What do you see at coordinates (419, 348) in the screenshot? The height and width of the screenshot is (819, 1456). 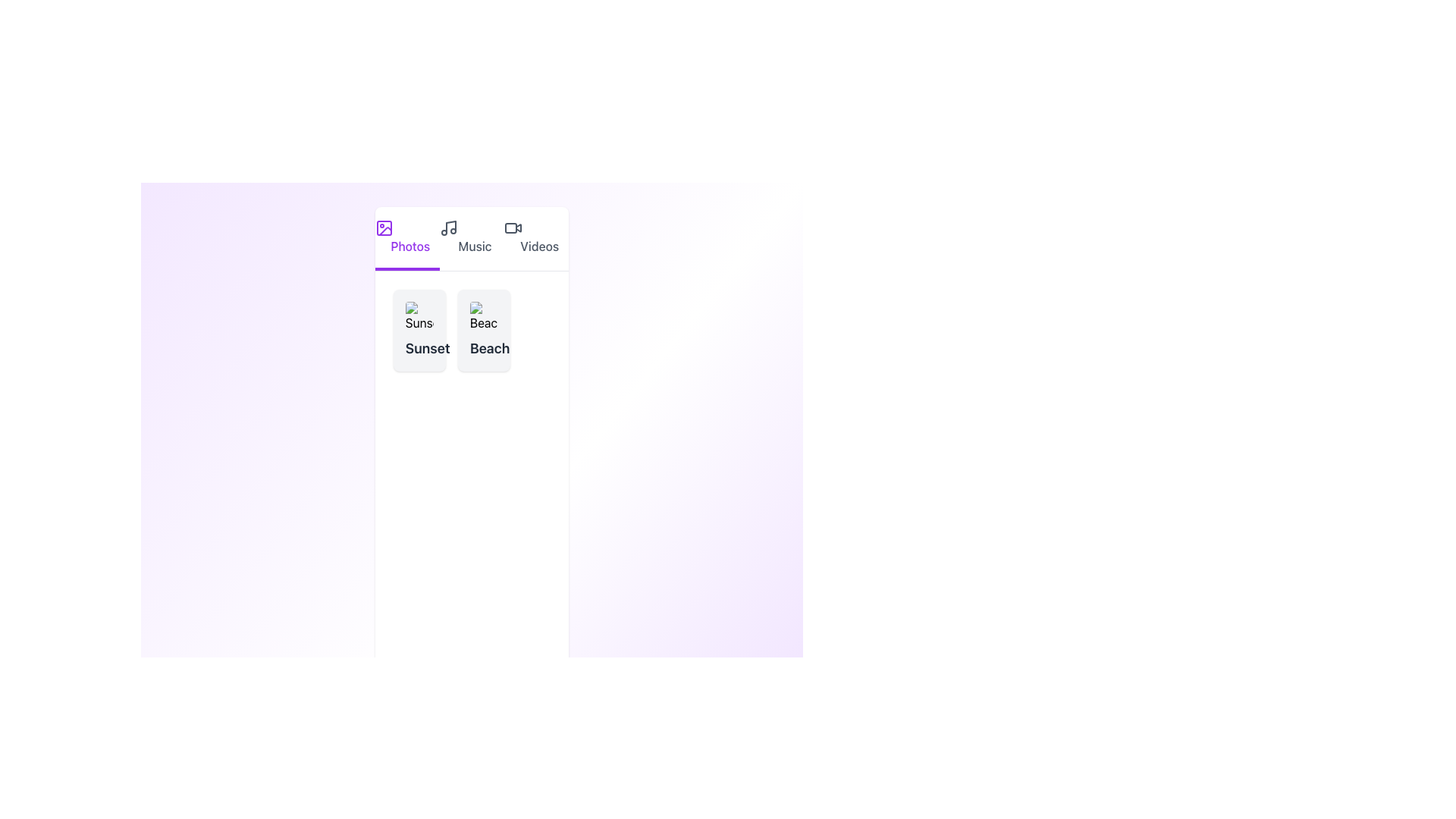 I see `text label located in the leftmost card of the gallery interface, which provides a title or description for the associated image above it` at bounding box center [419, 348].